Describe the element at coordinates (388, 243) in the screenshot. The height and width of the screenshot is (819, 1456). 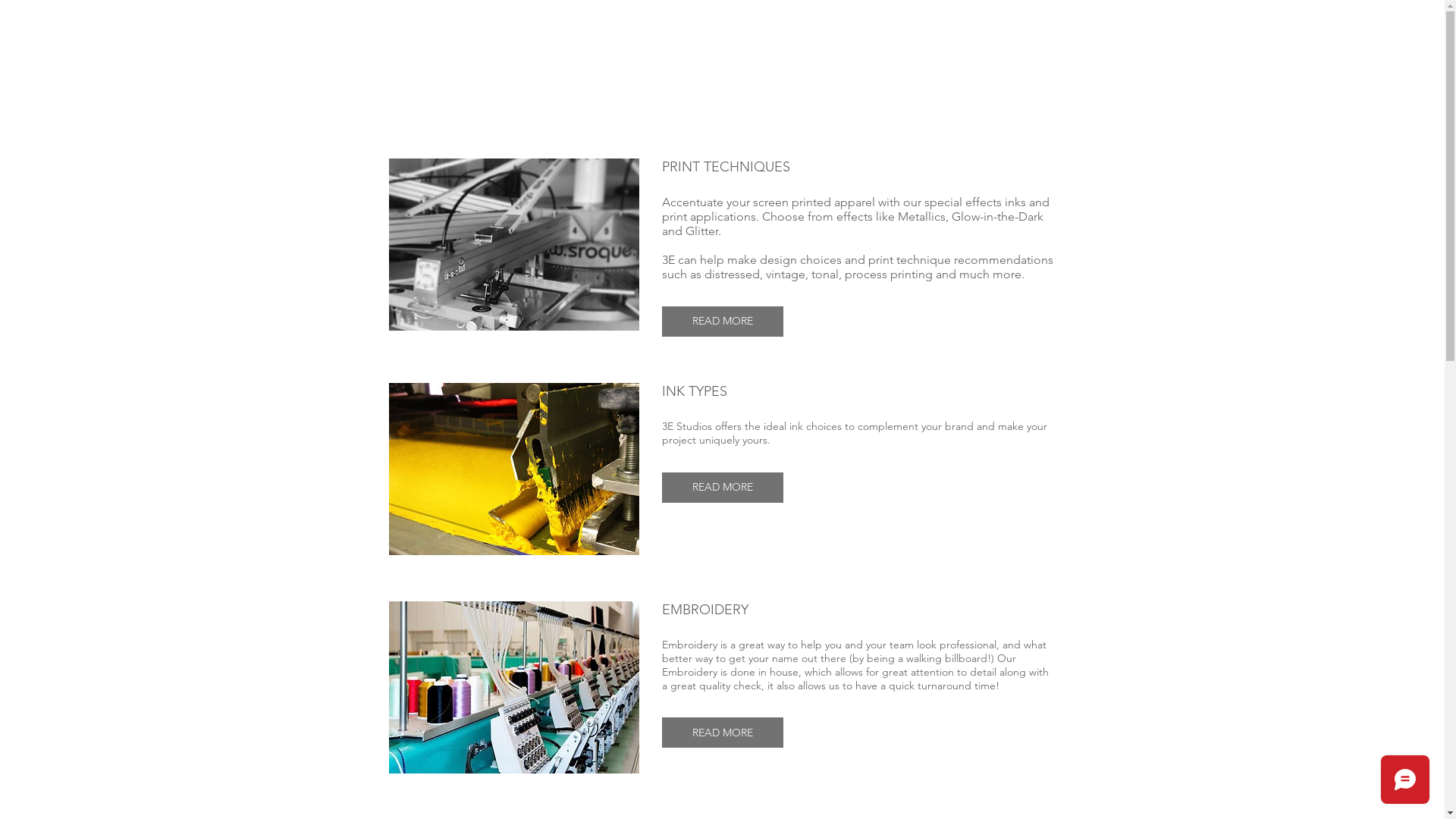
I see `'press-background.png'` at that location.